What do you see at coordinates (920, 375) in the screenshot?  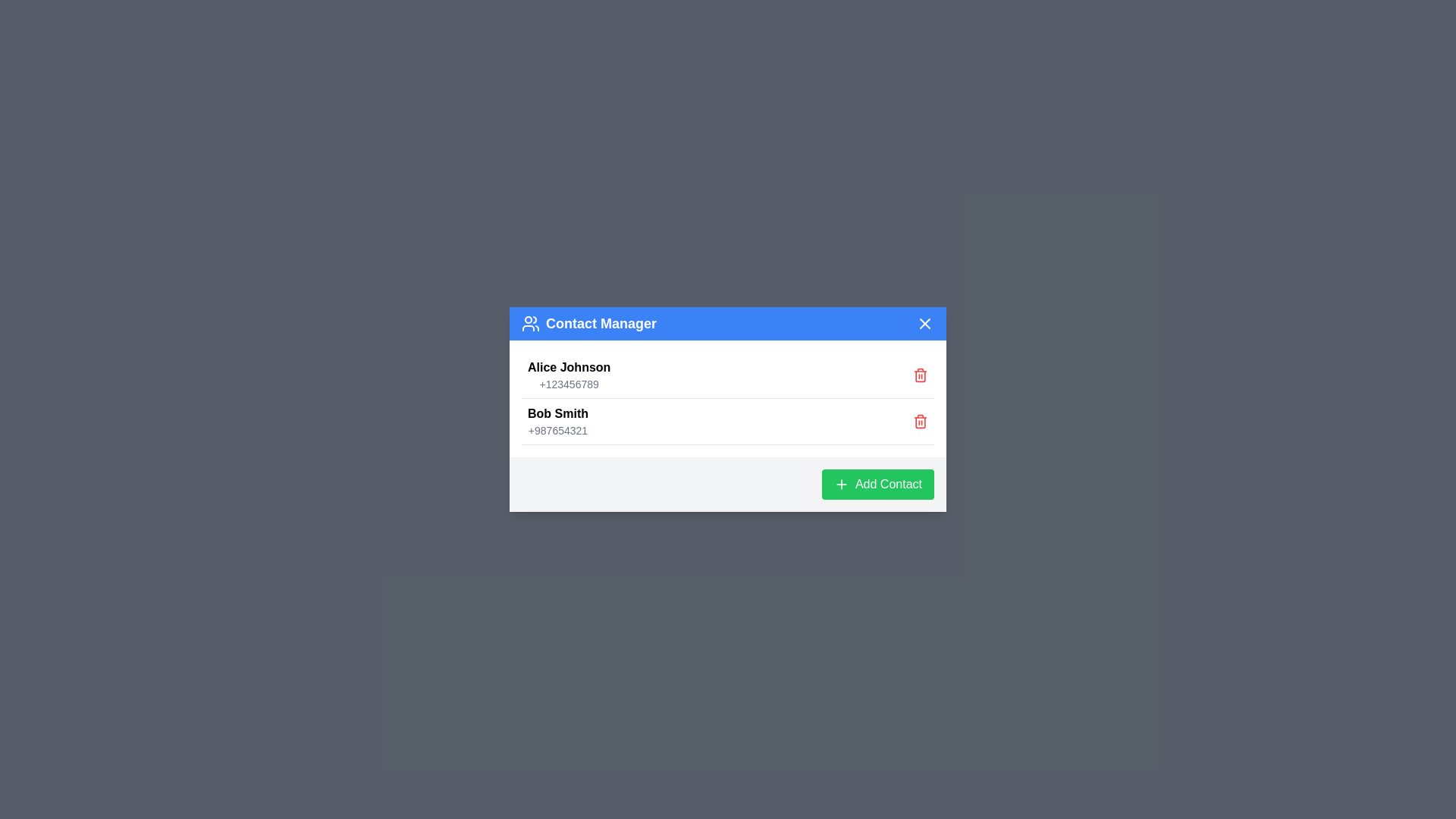 I see `the delete icon next to the contact named Alice Johnson` at bounding box center [920, 375].